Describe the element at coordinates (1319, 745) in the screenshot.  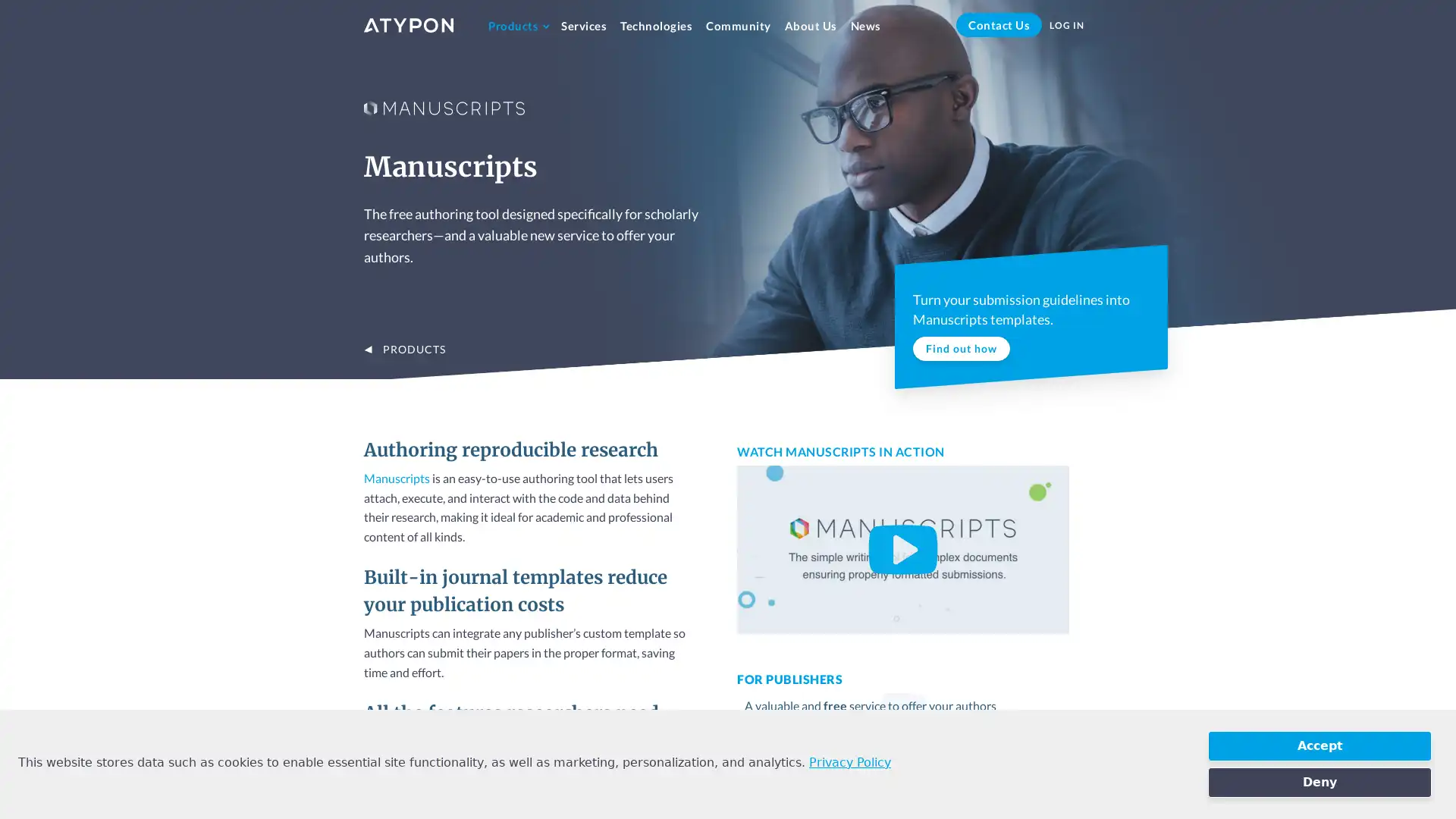
I see `Accept` at that location.